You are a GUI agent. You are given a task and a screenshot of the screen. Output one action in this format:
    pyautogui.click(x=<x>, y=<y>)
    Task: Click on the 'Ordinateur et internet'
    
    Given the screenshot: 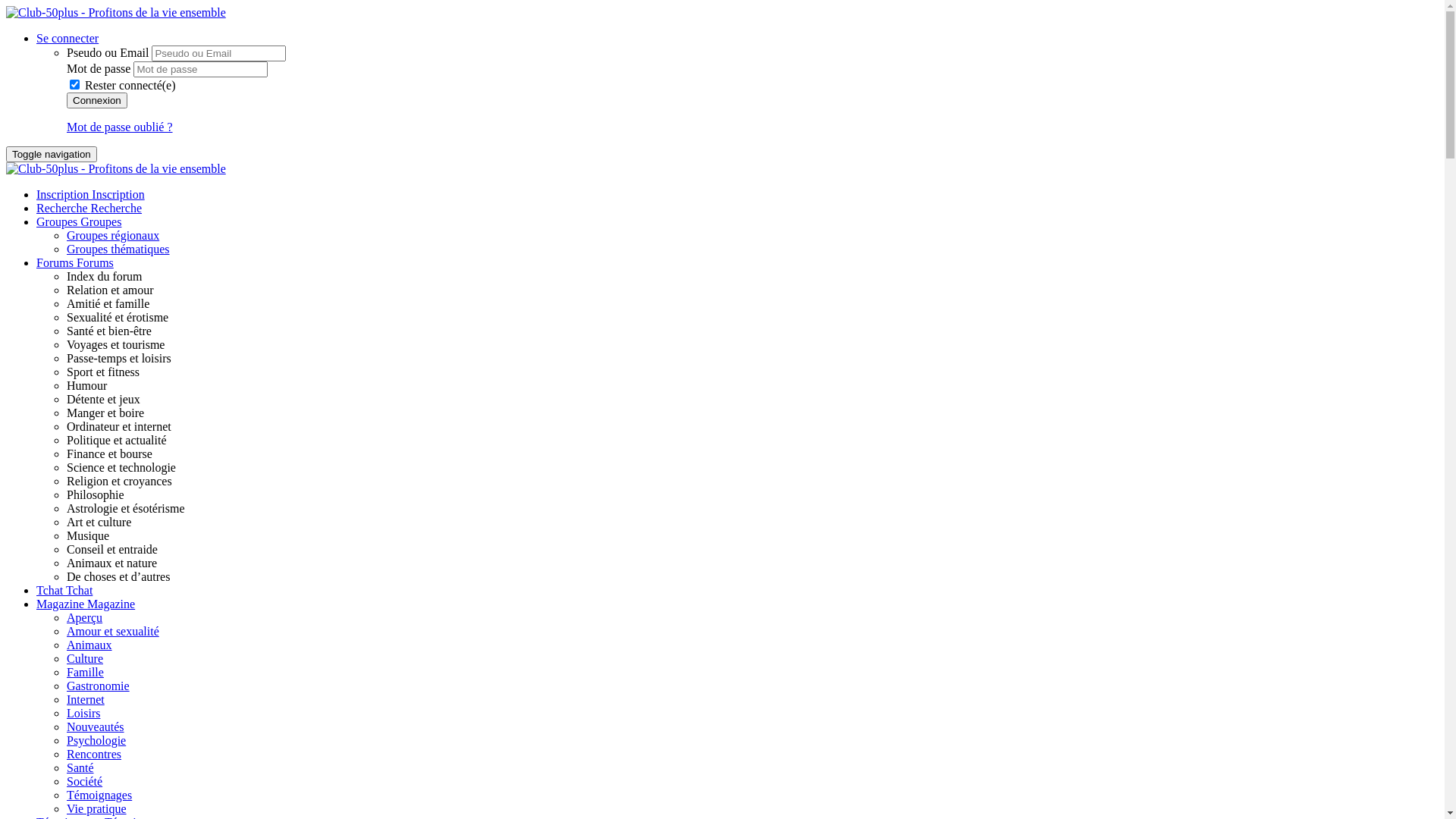 What is the action you would take?
    pyautogui.click(x=118, y=426)
    